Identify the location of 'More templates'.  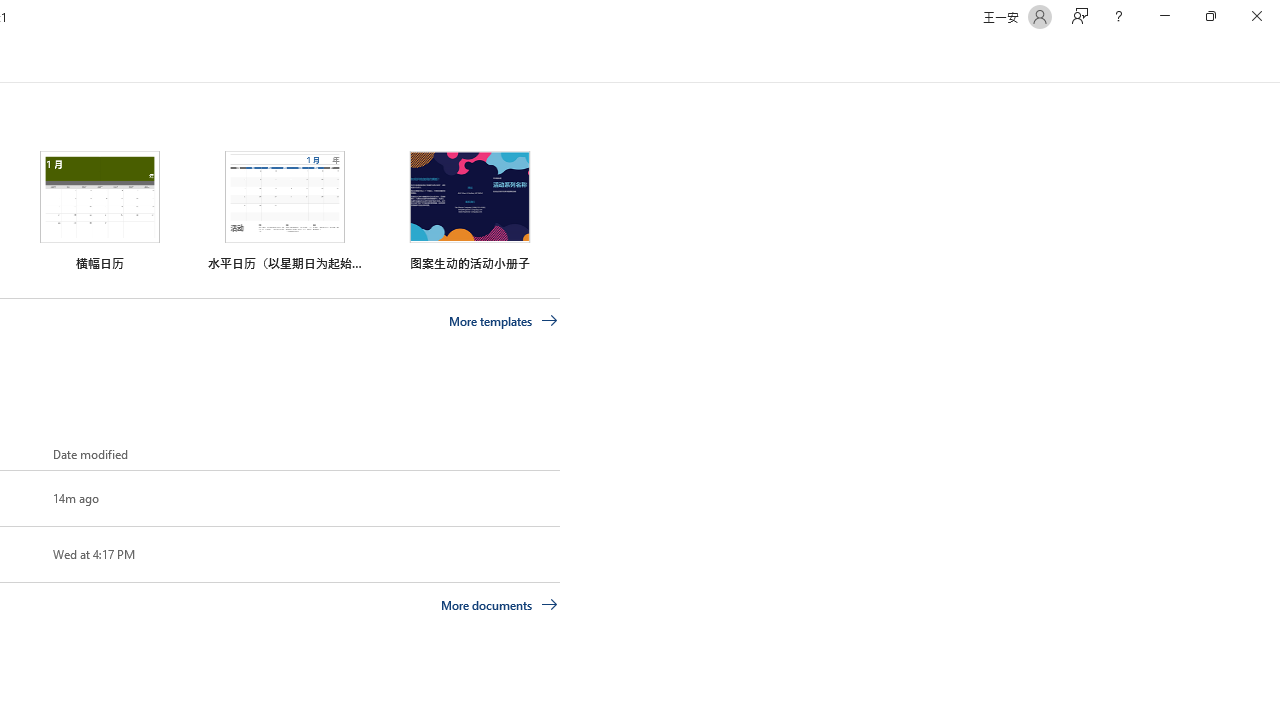
(503, 320).